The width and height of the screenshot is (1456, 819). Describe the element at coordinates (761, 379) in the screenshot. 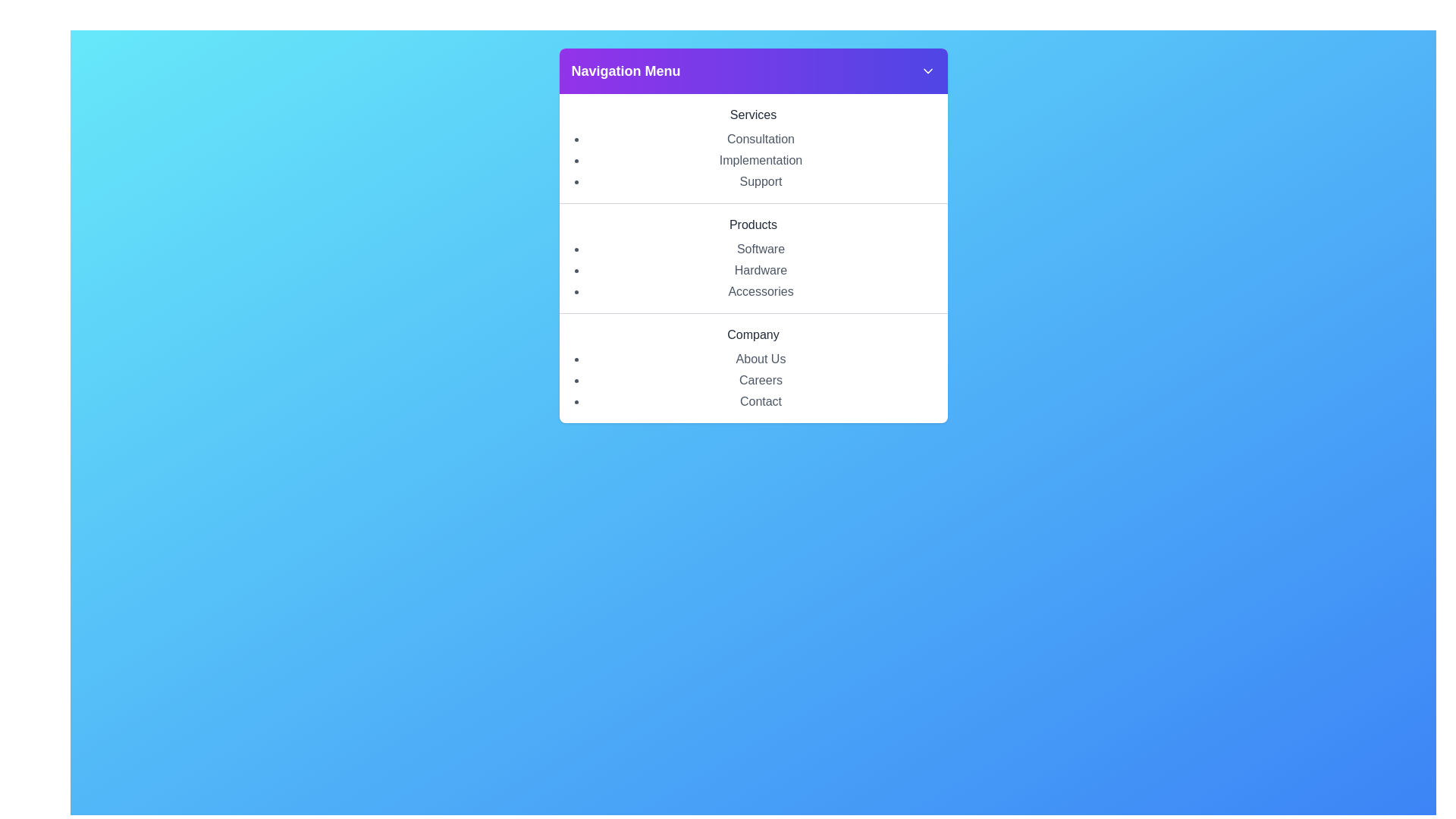

I see `the menu option Careers within the category Company` at that location.